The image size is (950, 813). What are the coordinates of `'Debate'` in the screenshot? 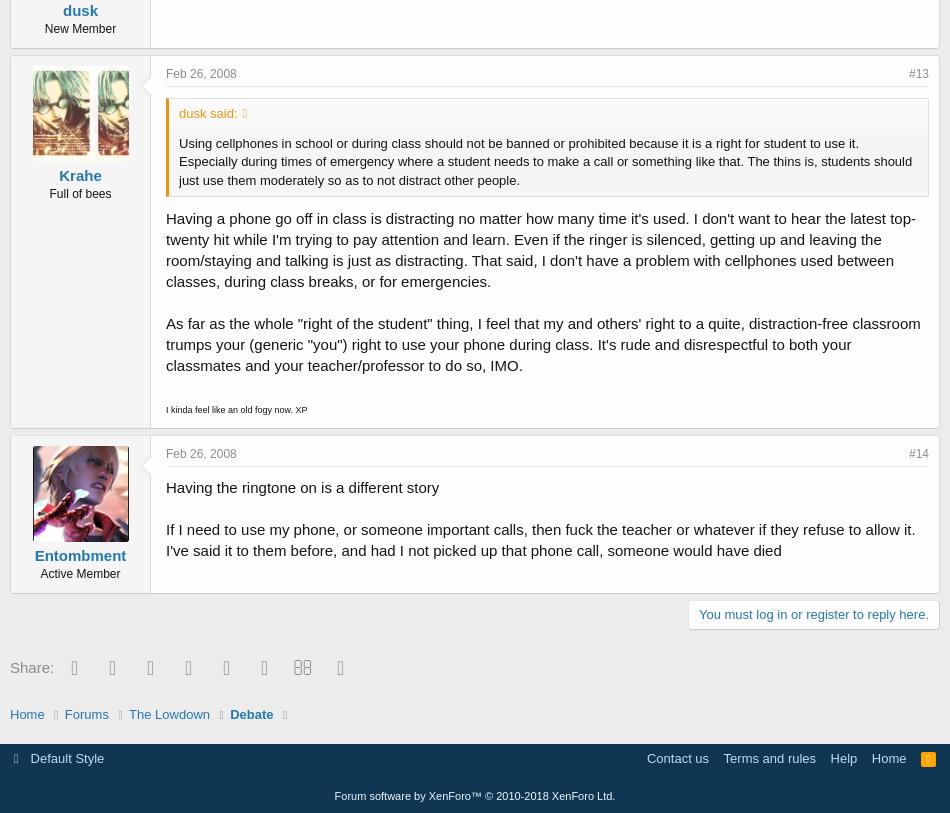 It's located at (250, 713).